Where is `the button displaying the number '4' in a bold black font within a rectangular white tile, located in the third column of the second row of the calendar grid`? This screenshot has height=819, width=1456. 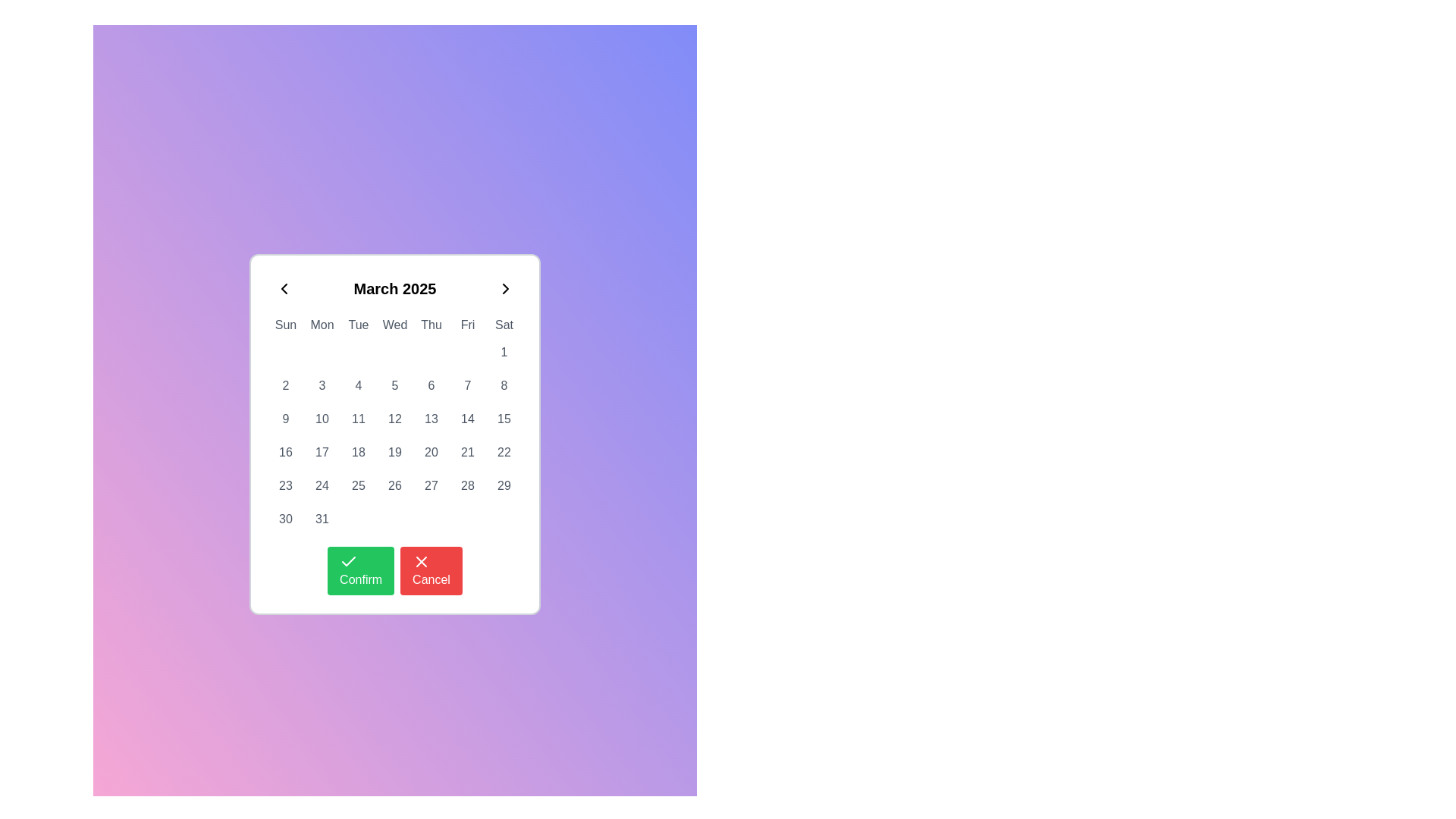 the button displaying the number '4' in a bold black font within a rectangular white tile, located in the third column of the second row of the calendar grid is located at coordinates (358, 385).